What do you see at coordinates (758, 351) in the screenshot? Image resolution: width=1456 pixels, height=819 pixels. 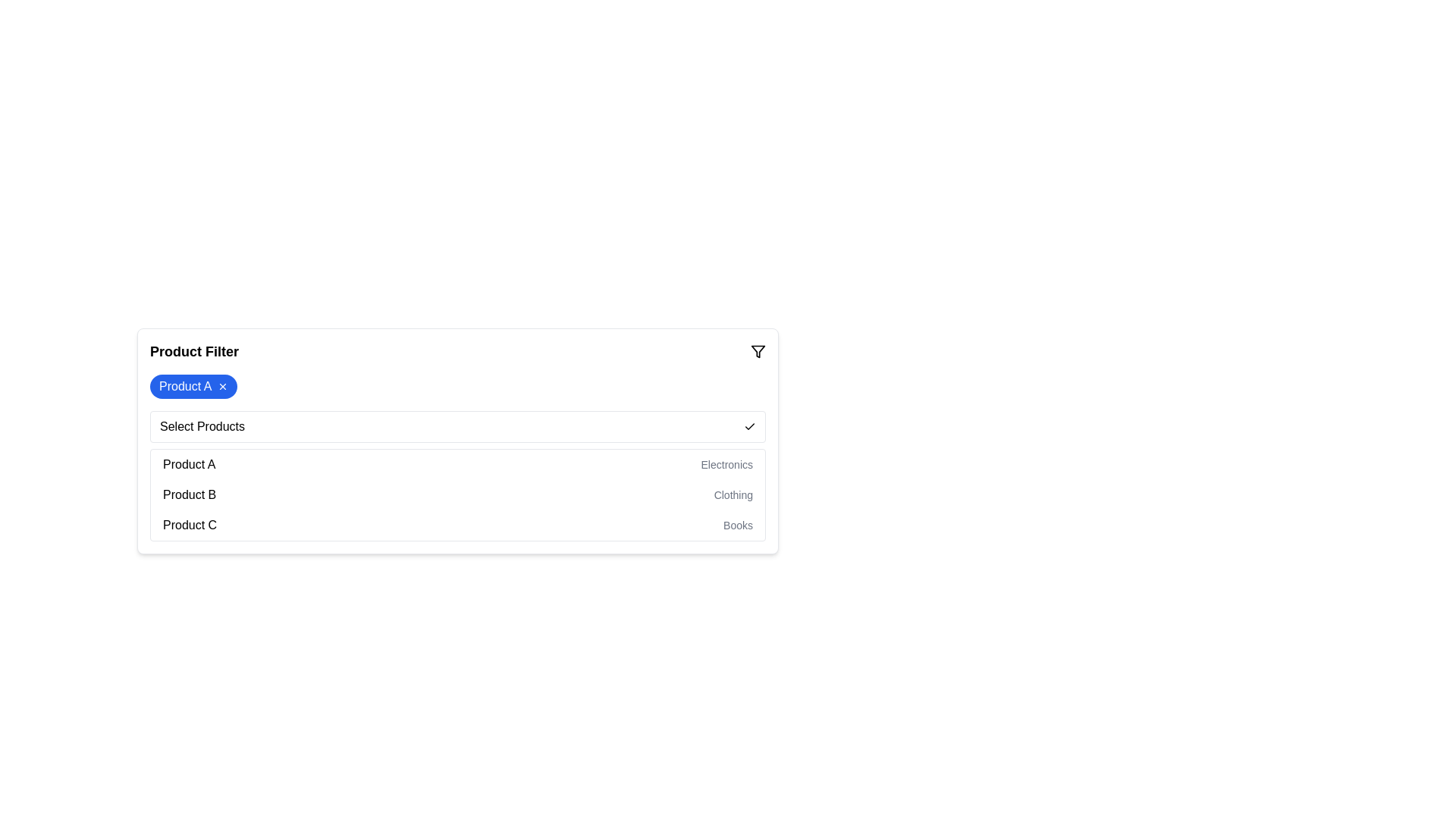 I see `the triangular funnel icon button located in the top-right corner of the 'Product Filter' section` at bounding box center [758, 351].